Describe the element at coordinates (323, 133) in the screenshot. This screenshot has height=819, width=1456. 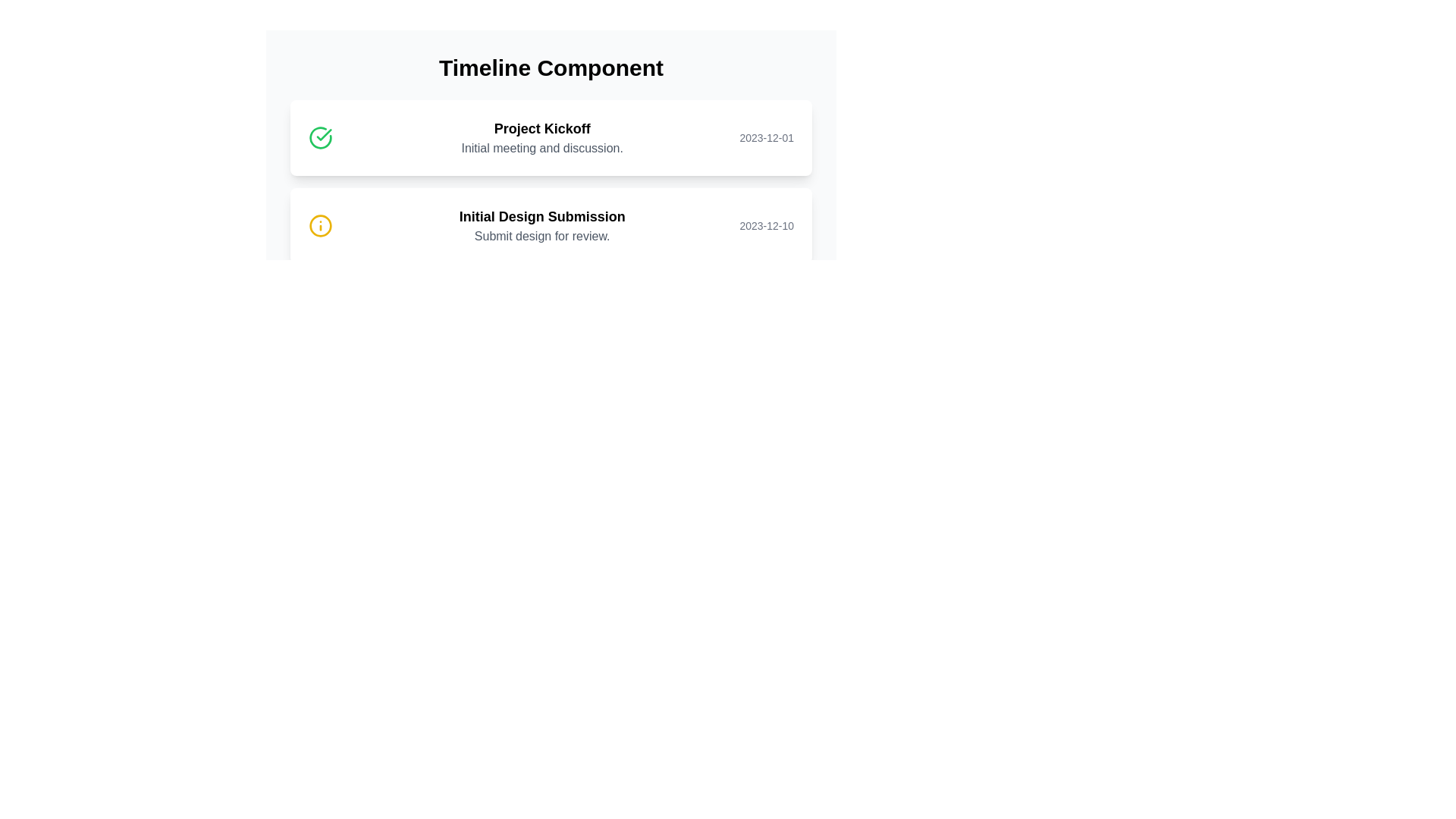
I see `the green checkmark icon representing a successful action located at the upper-left corner of the 'Project Kickoff' timeline entry` at that location.